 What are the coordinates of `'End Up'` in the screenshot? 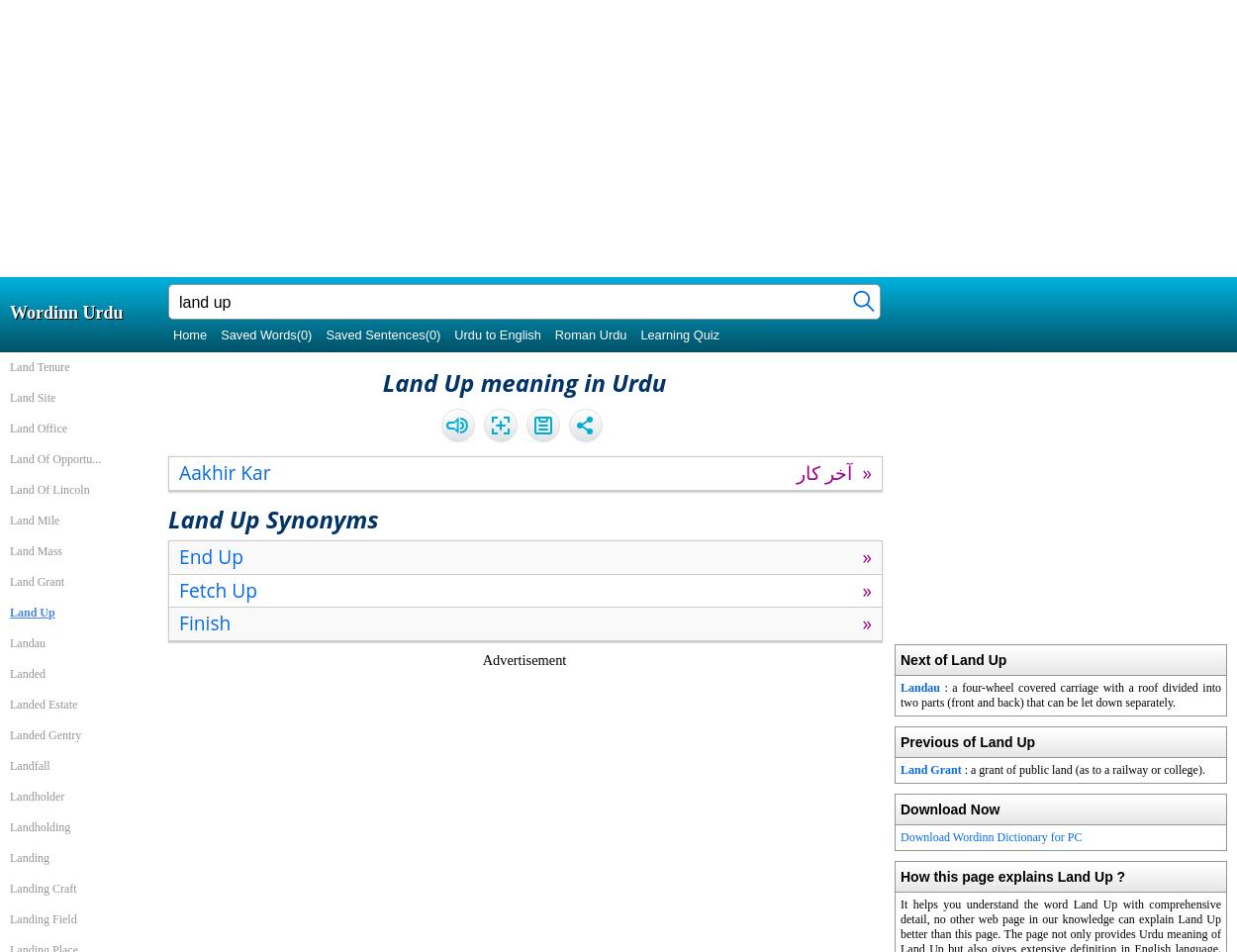 It's located at (210, 555).